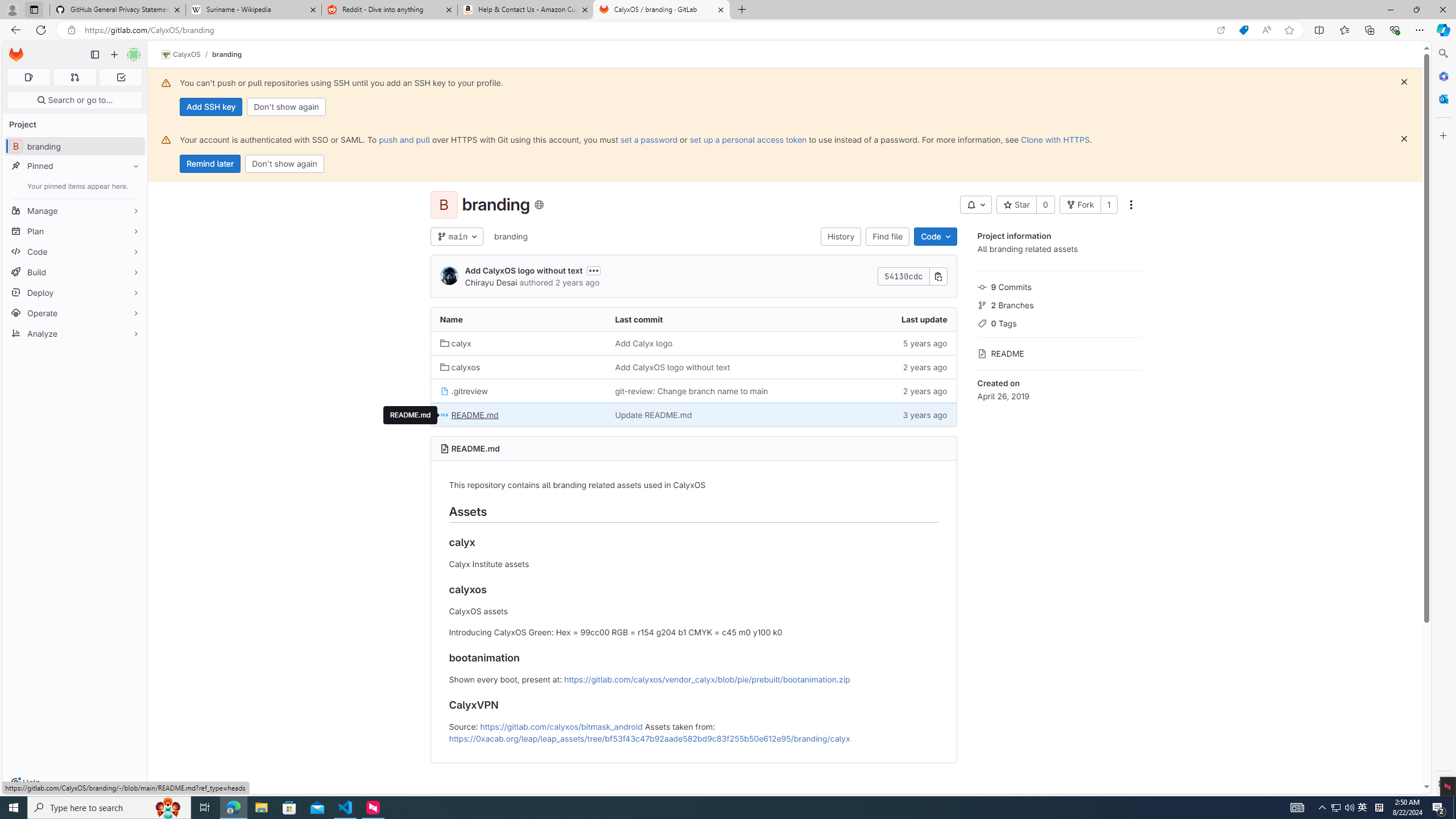  Describe the element at coordinates (180, 54) in the screenshot. I see `'CalyxOS'` at that location.